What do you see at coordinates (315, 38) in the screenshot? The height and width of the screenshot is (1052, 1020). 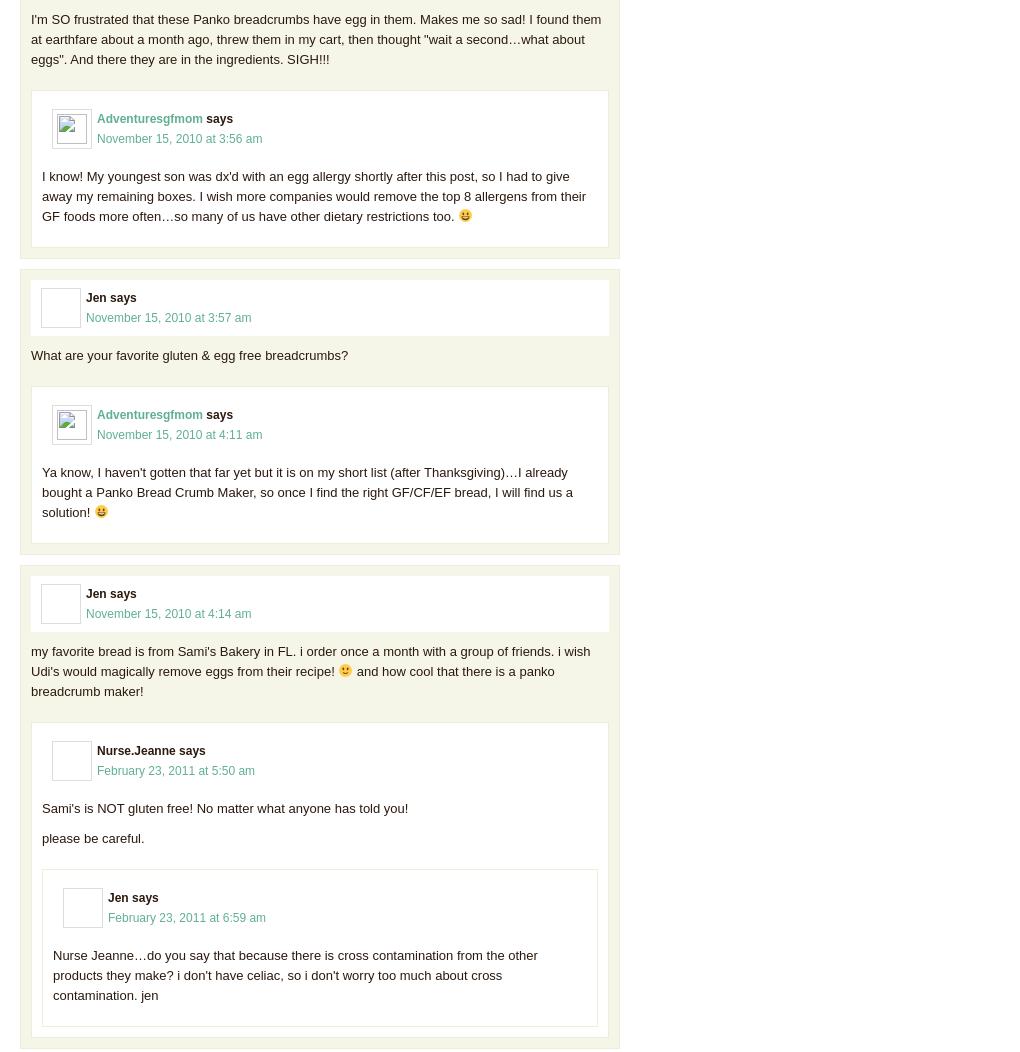 I see `'I'm SO frustrated that these Panko breadcrumbs have egg in them.  Makes me so sad!  I found them at earthfare about a month ago, threw them in my cart, then thought "wait a second…what about eggs".  And there they are in the ingredients.  SIGH!!!'` at bounding box center [315, 38].